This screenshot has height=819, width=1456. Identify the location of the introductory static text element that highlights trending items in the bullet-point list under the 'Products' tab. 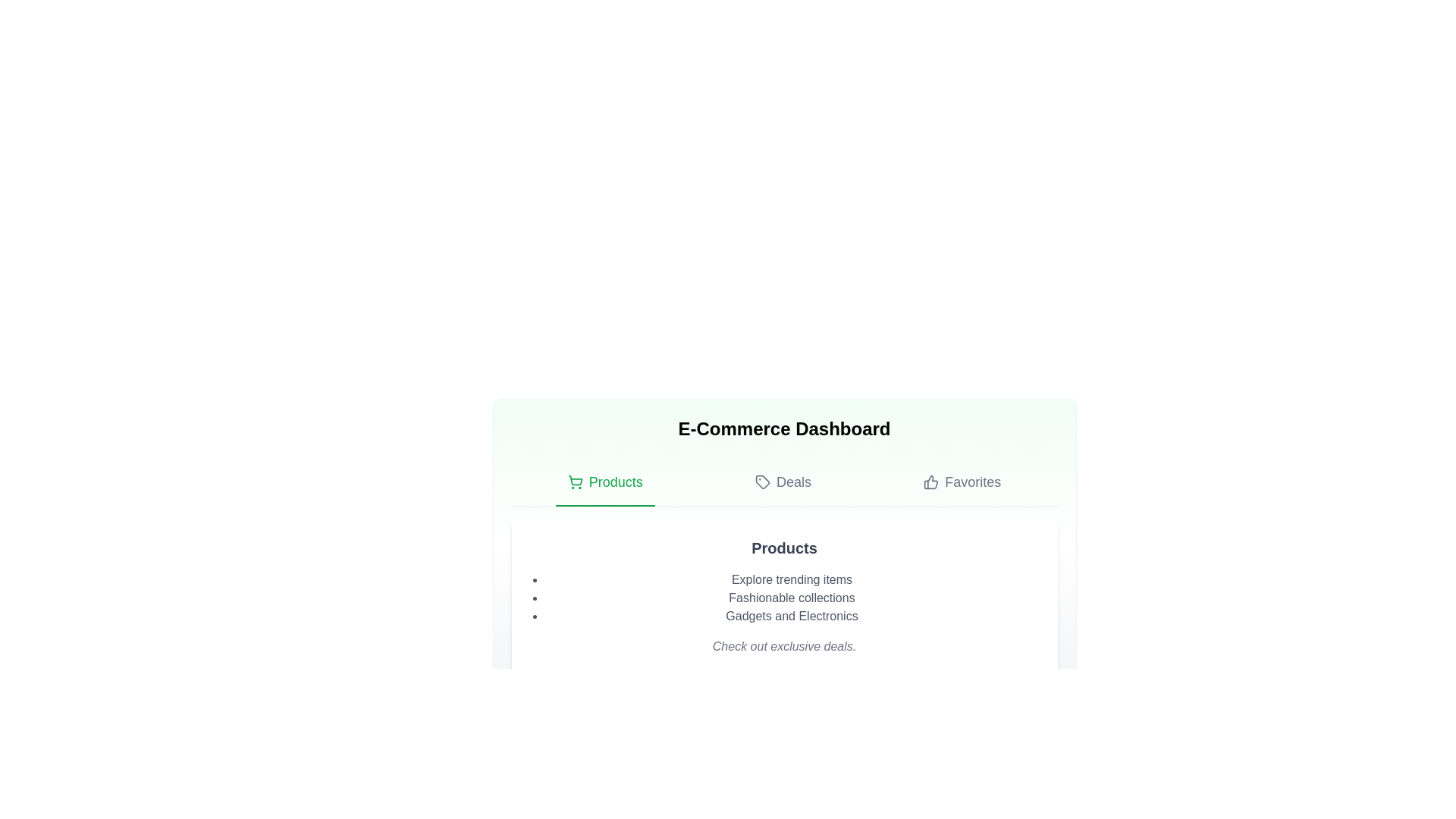
(791, 579).